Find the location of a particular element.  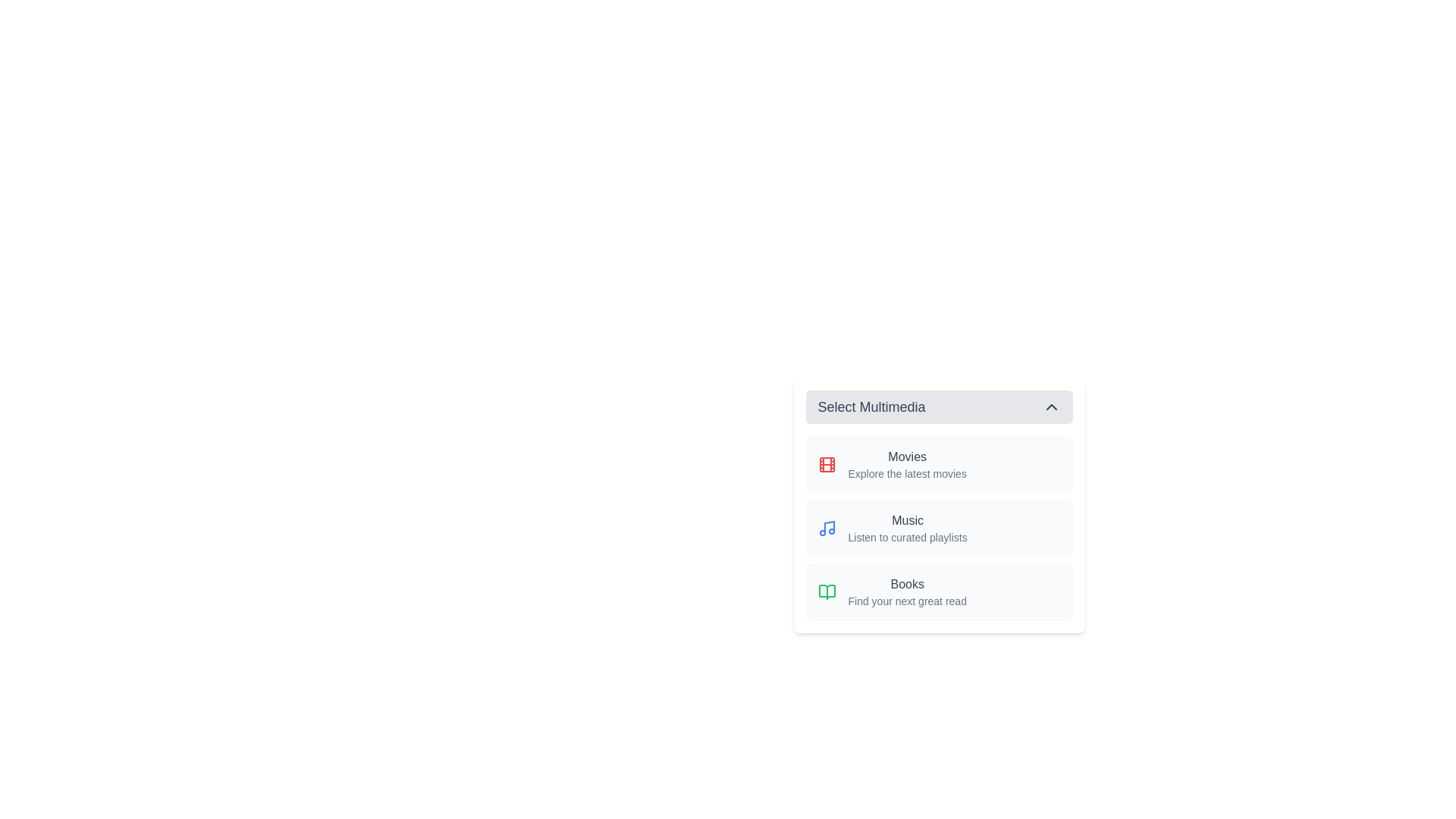

the 'Music' text label component which features bold text and a subtitle in a vertical list of multimedia options is located at coordinates (908, 528).